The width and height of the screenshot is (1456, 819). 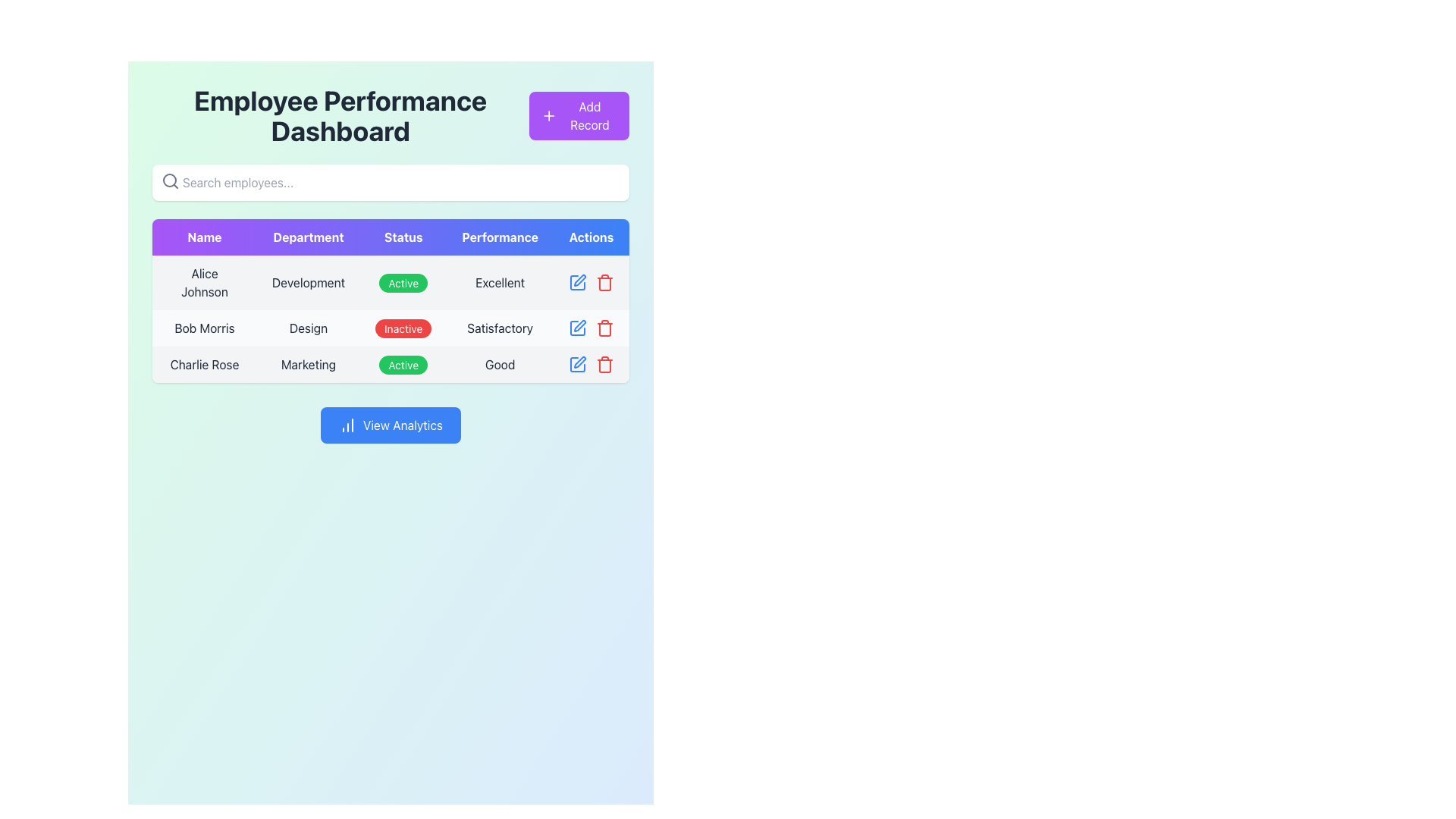 What do you see at coordinates (403, 327) in the screenshot?
I see `the rounded rectangular button labeled 'Inactive' with a red background, indicating a status in the second row, third column under 'Status'` at bounding box center [403, 327].